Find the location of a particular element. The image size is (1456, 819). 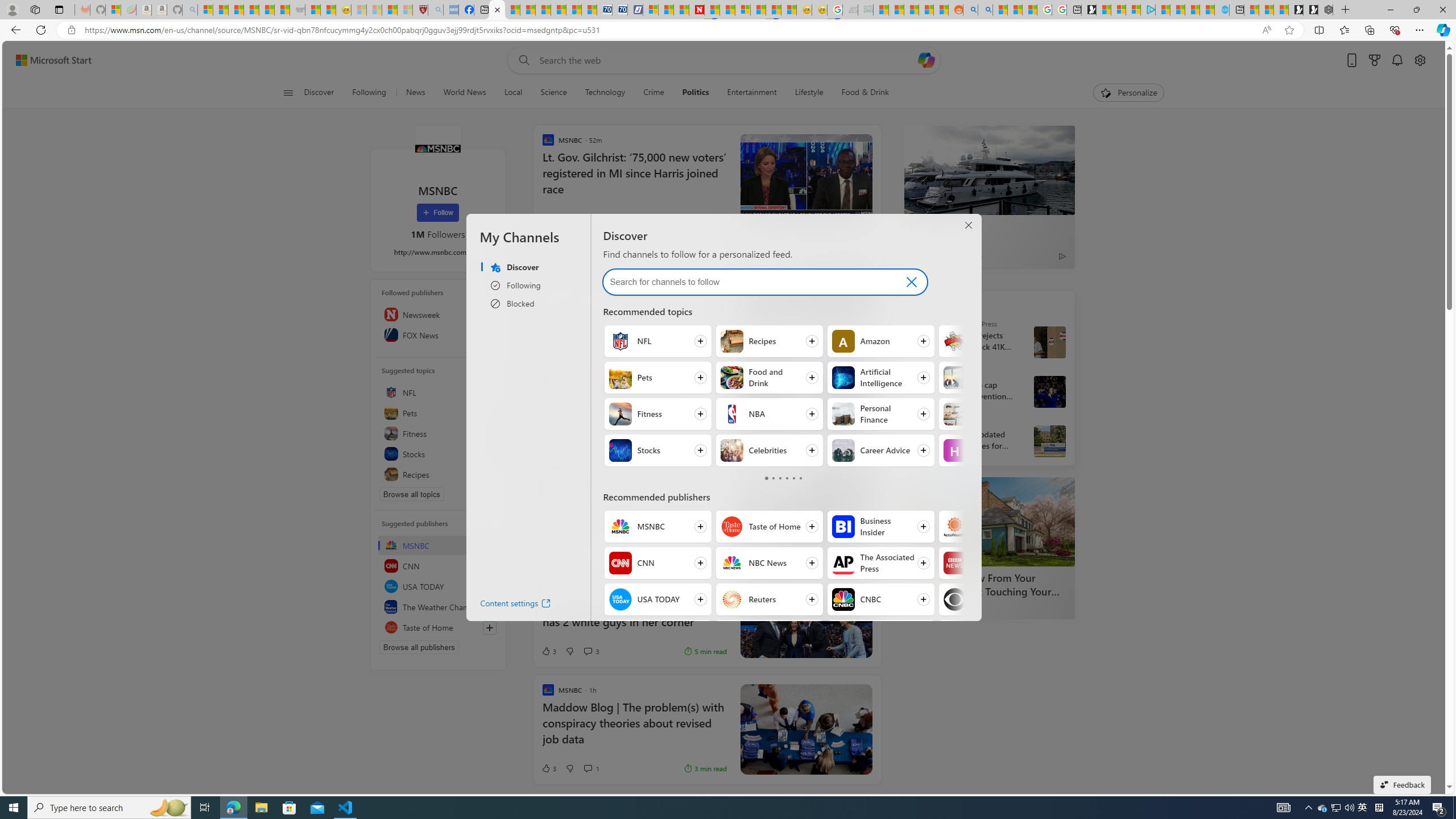

'Technology' is located at coordinates (605, 92).